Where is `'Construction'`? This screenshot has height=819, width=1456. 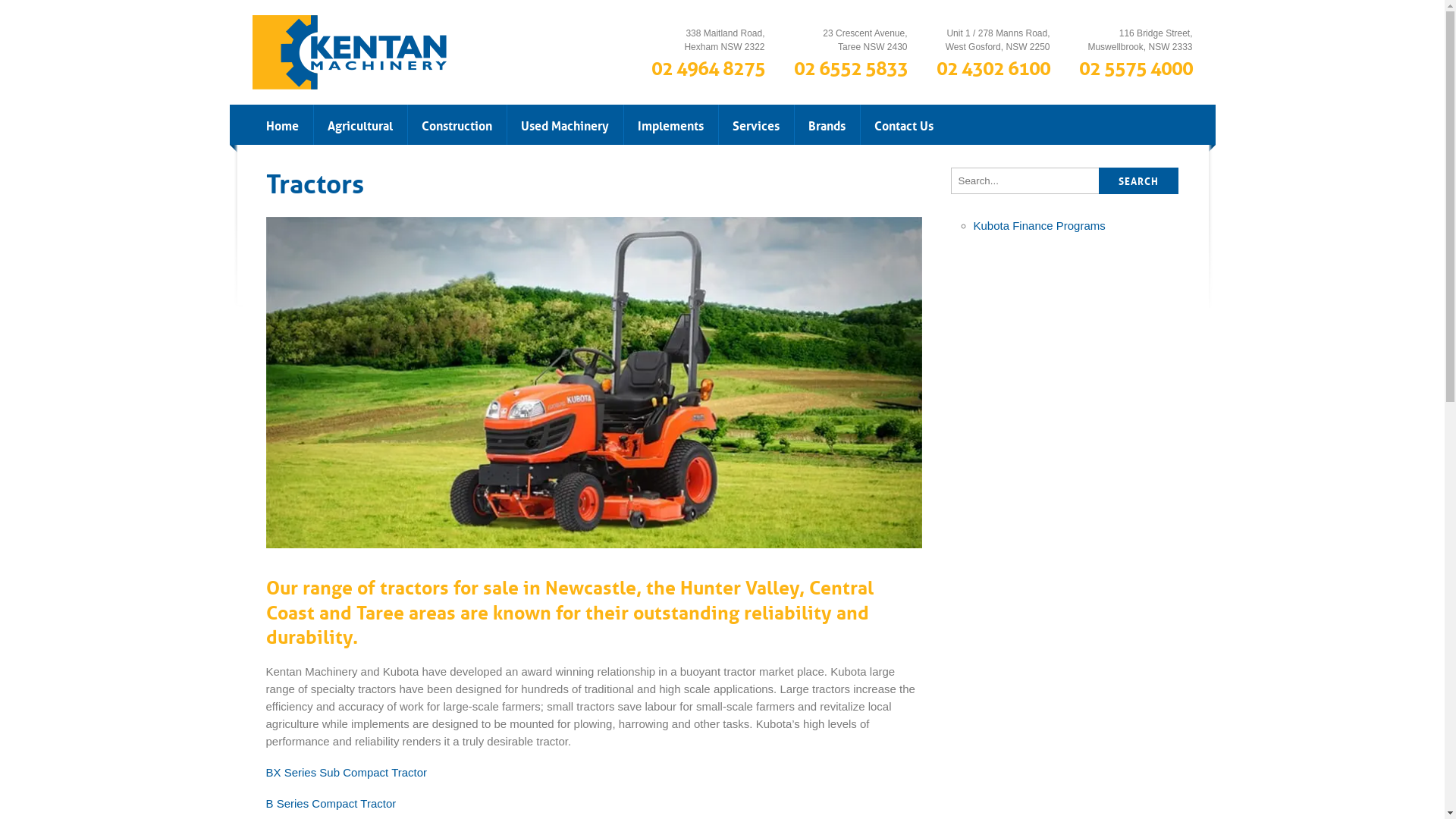
'Construction' is located at coordinates (455, 124).